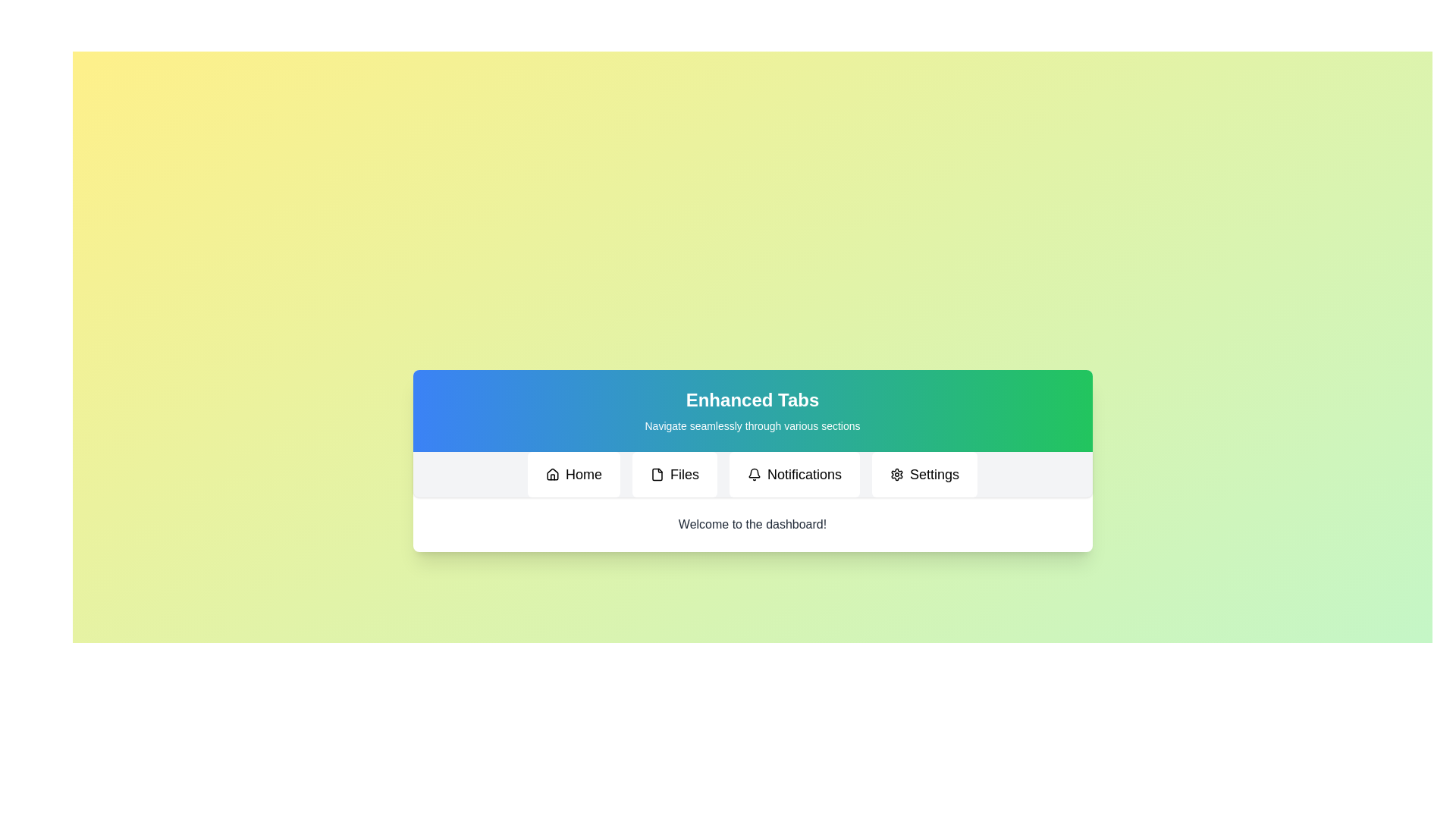  What do you see at coordinates (552, 473) in the screenshot?
I see `the 'Home' icon located in the top-left corner of the navigation bar` at bounding box center [552, 473].